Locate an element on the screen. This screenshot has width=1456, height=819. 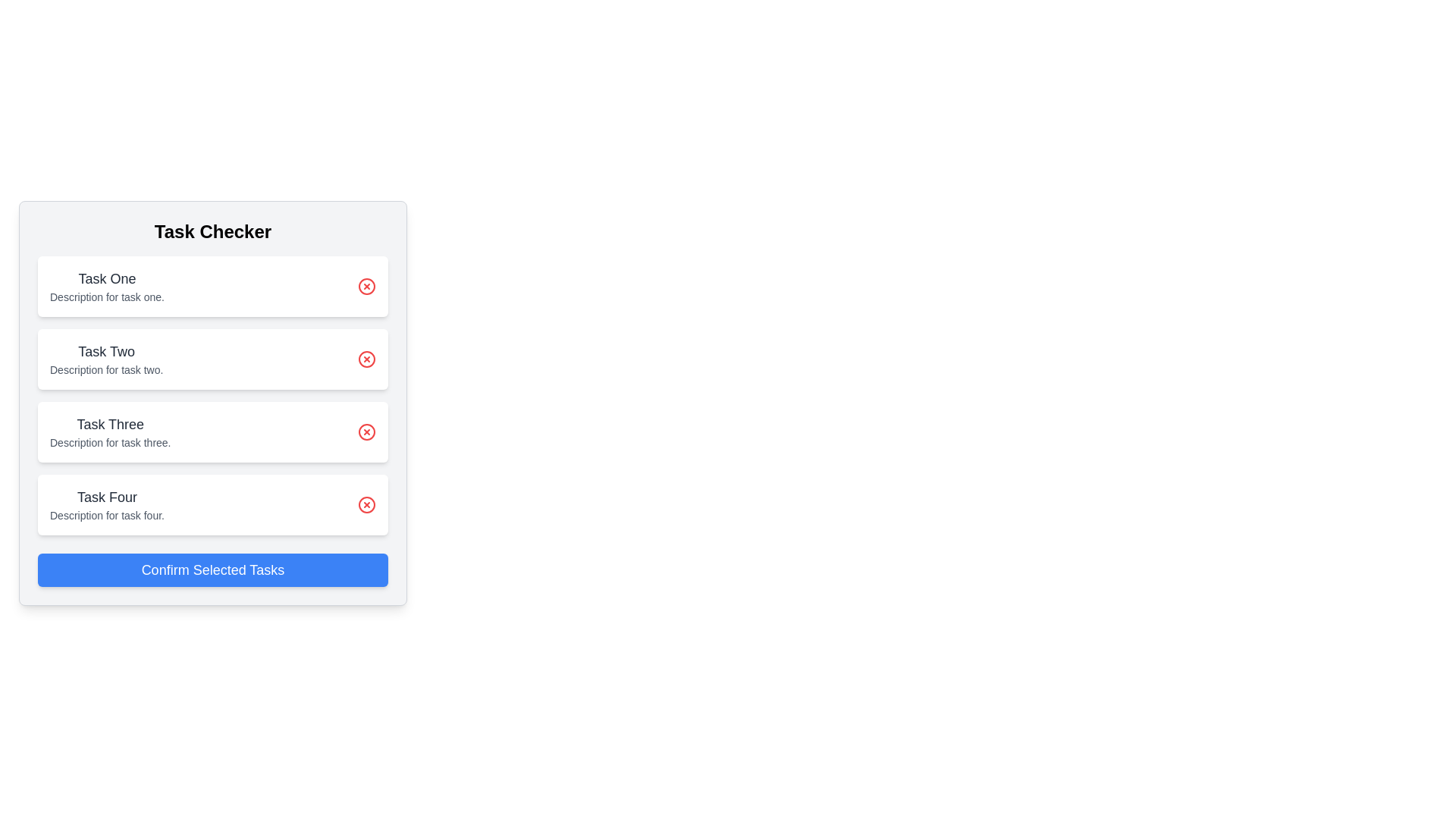
text content of the title label for the first task, positioned at the top of the first task card in the vertical list is located at coordinates (106, 278).